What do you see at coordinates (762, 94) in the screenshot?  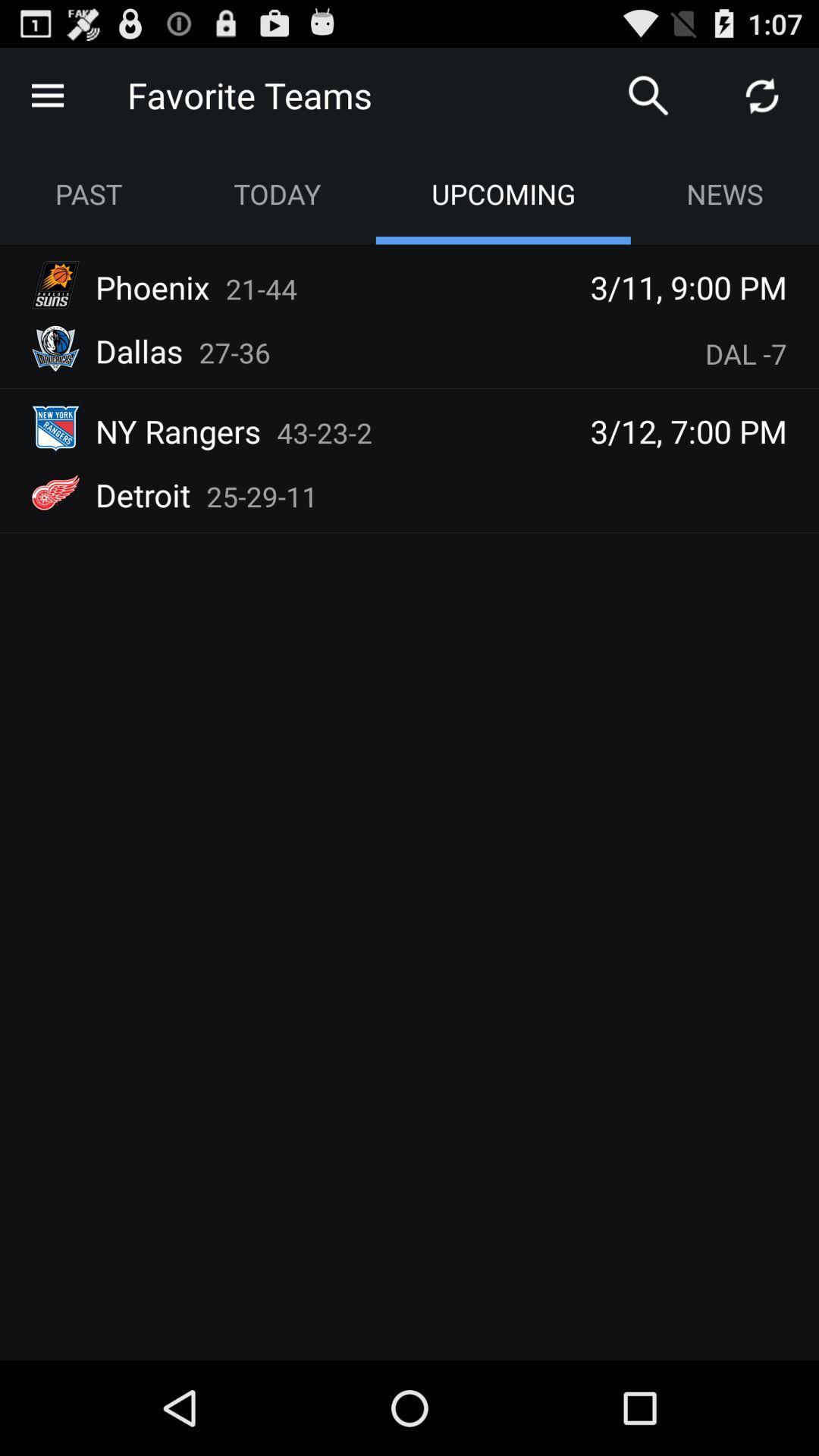 I see `reload page` at bounding box center [762, 94].